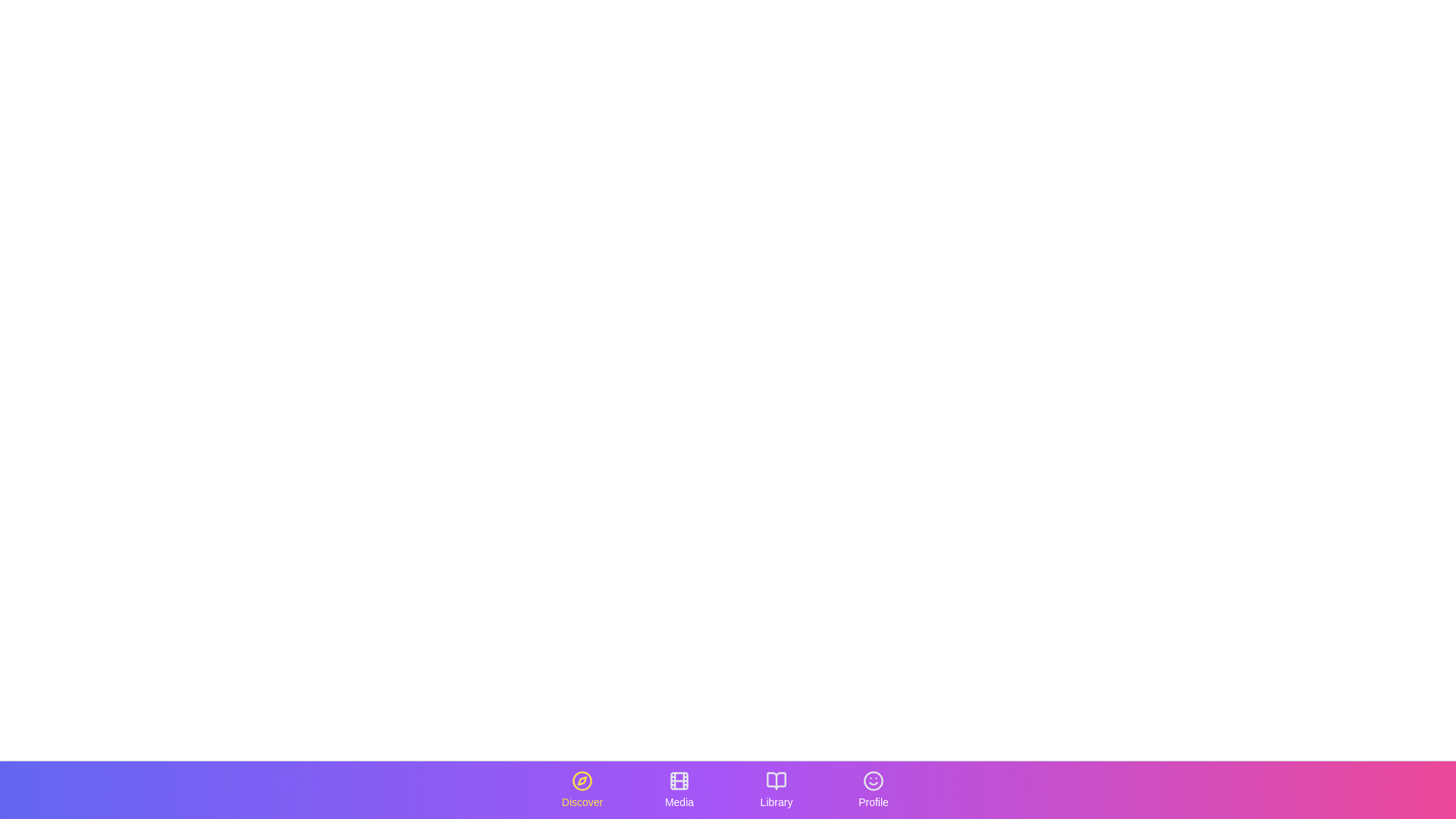 The width and height of the screenshot is (1456, 819). I want to click on the tab labeled Discover, so click(582, 789).